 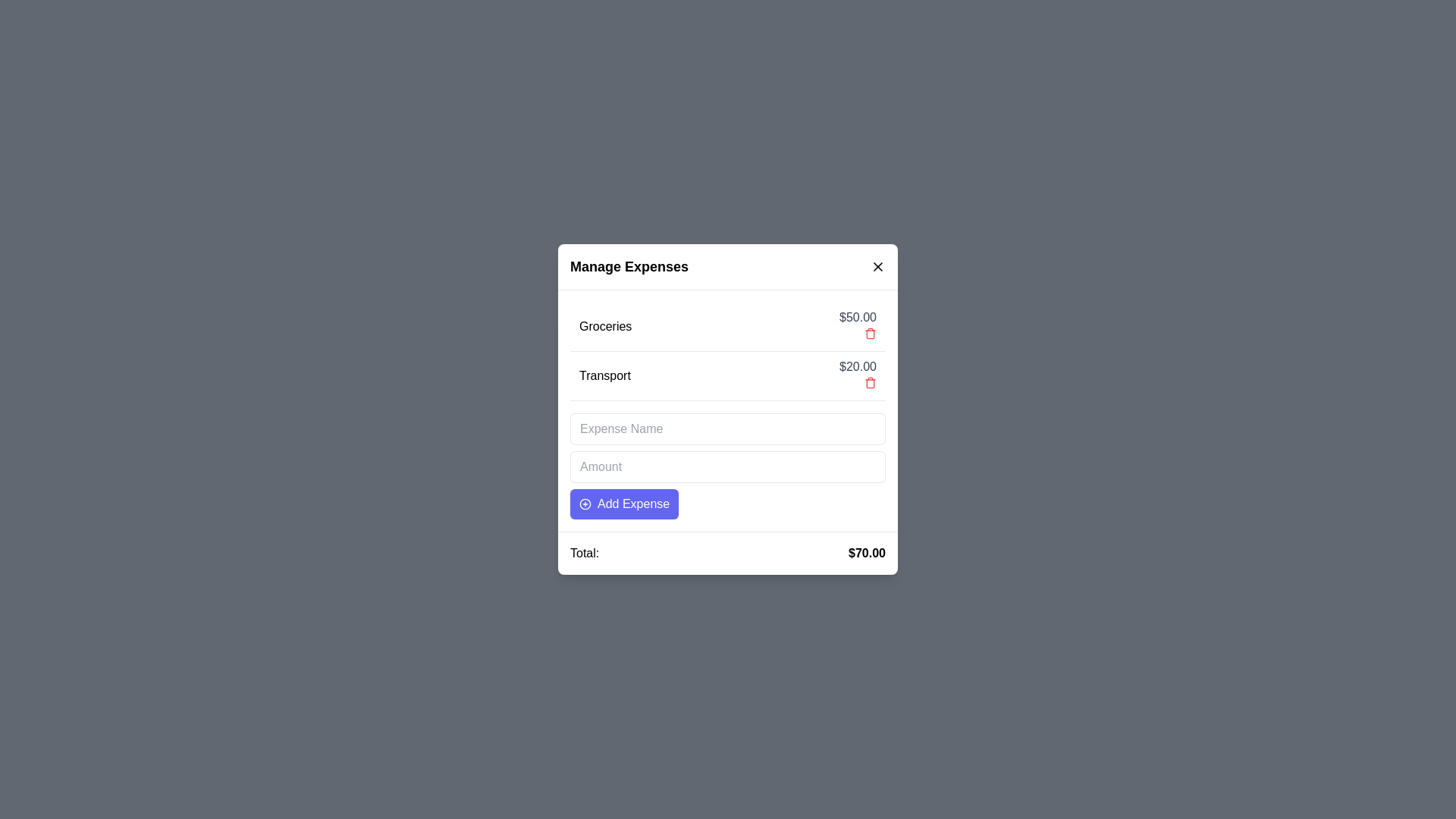 What do you see at coordinates (870, 332) in the screenshot?
I see `the delete button located to the right of the '$50.00' text` at bounding box center [870, 332].